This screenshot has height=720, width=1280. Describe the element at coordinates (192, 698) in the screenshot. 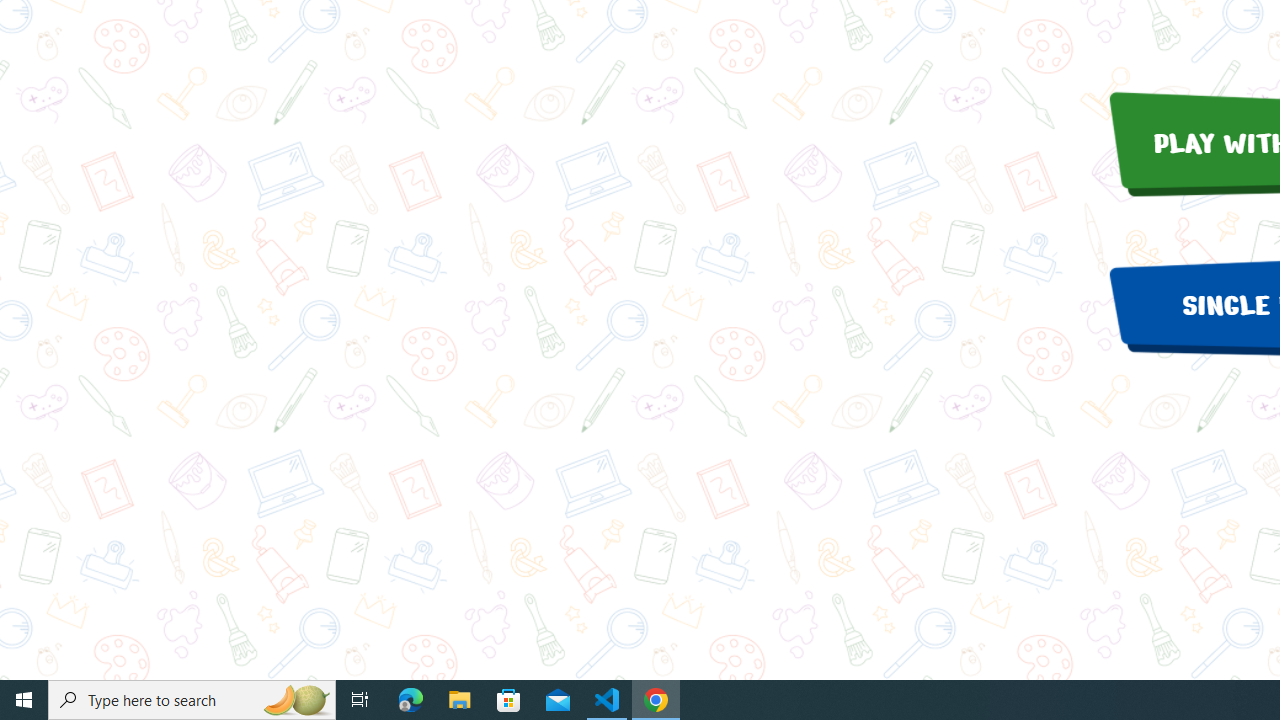

I see `'Type here to search'` at that location.